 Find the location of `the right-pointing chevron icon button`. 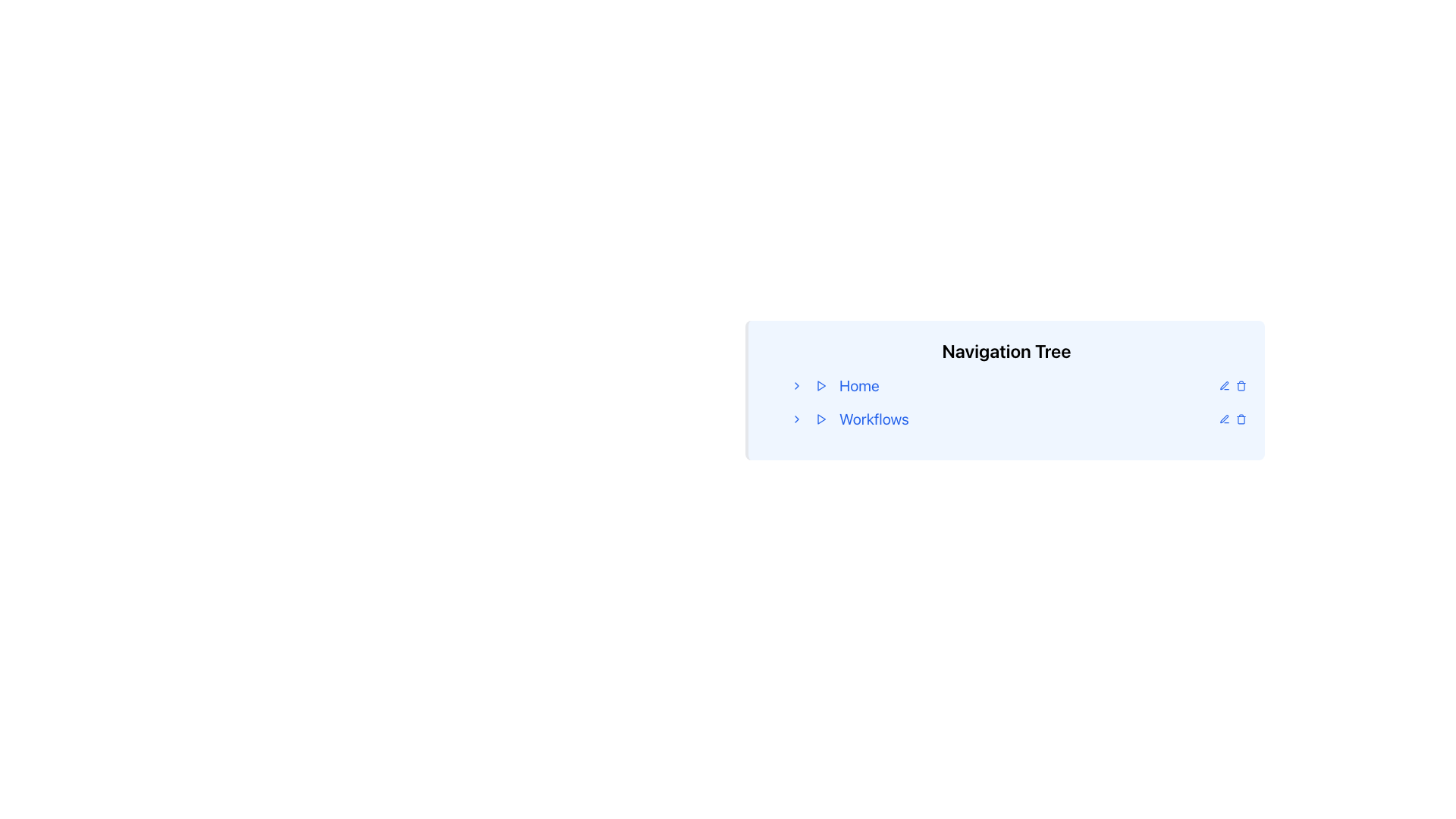

the right-pointing chevron icon button is located at coordinates (796, 385).